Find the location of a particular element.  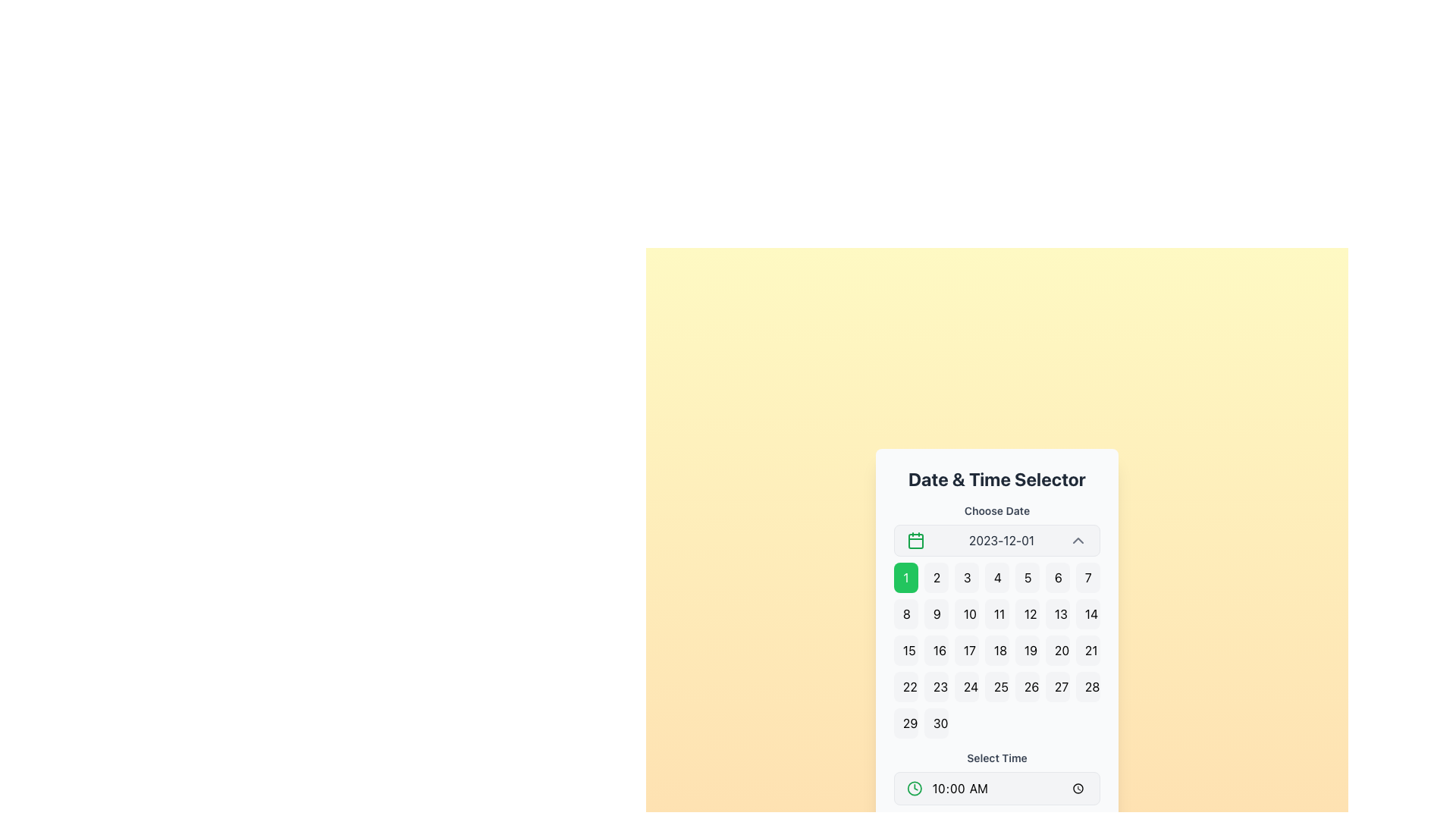

the rounded rectangular button with a light gray background containing the text '28' is located at coordinates (1087, 687).